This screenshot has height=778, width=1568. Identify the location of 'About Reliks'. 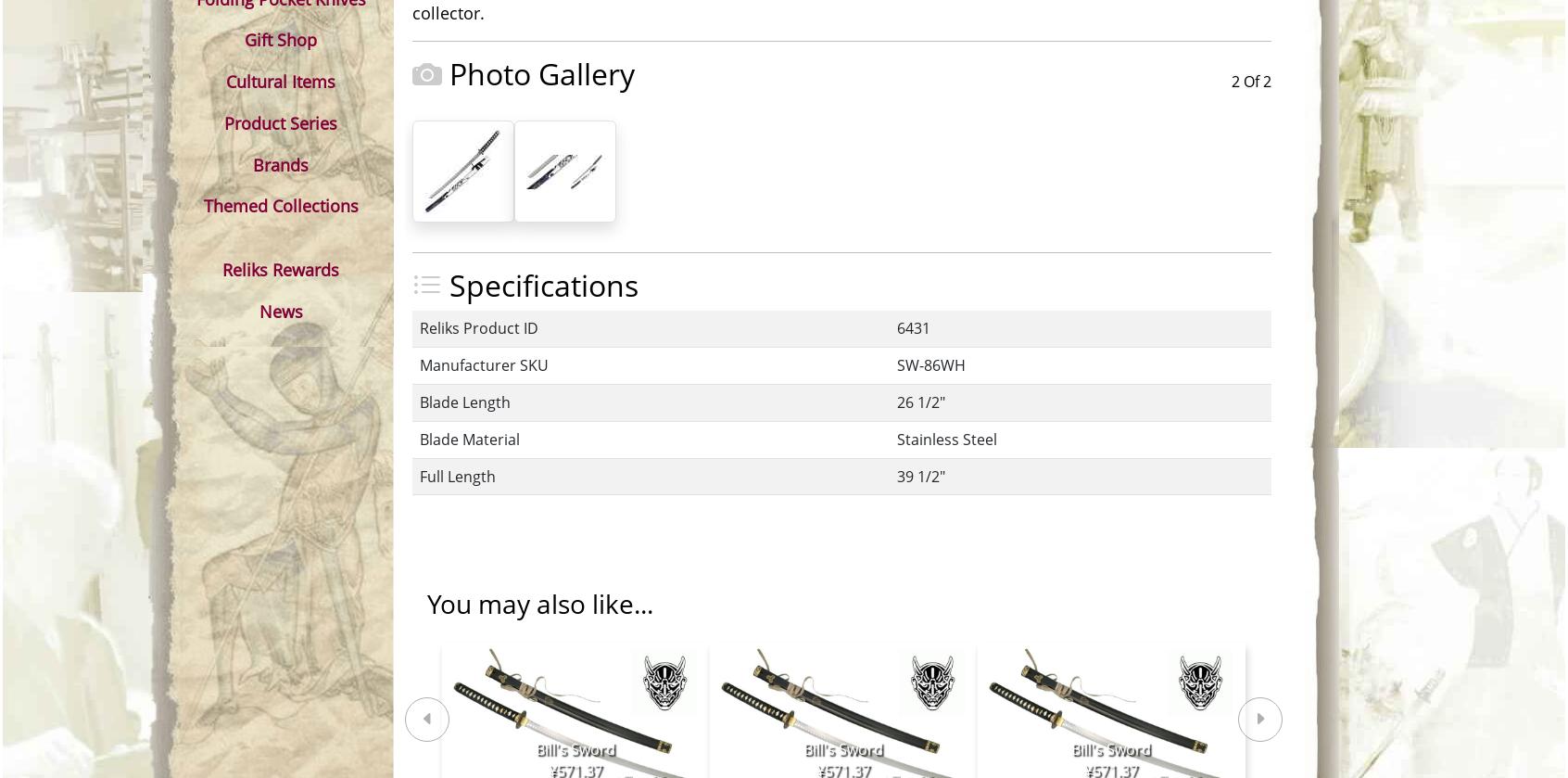
(930, 409).